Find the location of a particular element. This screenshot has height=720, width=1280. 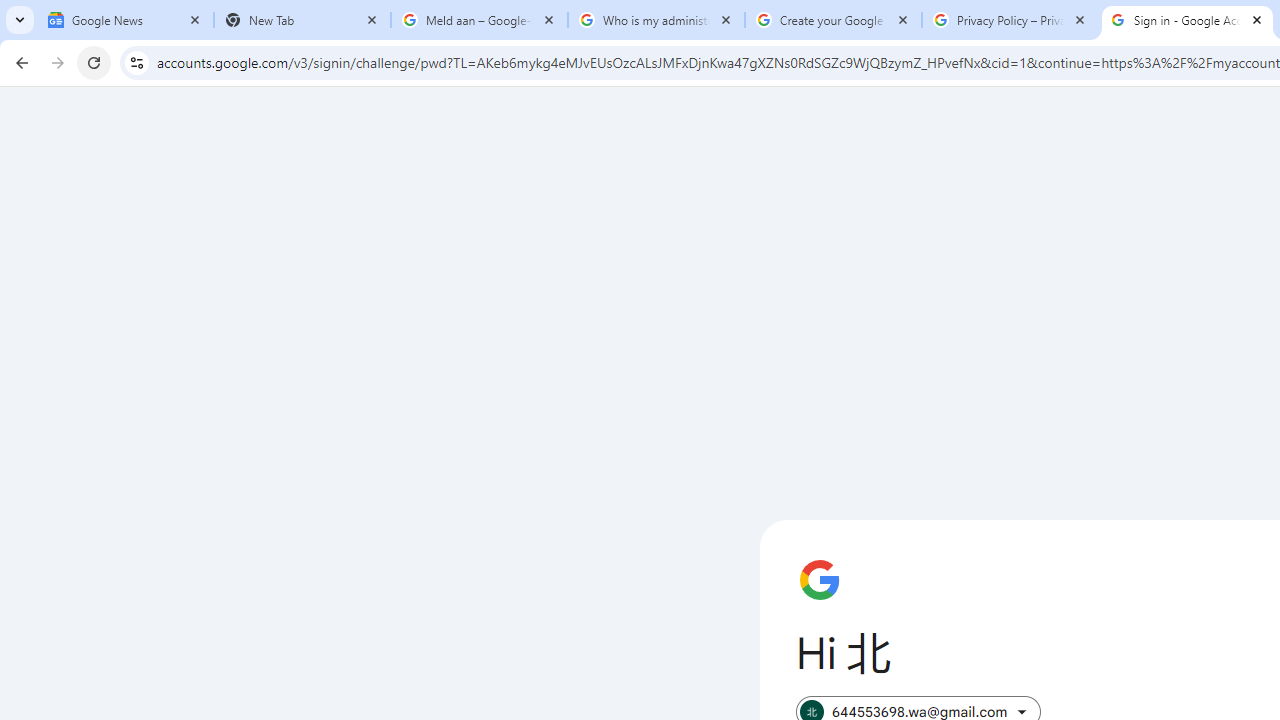

'Create your Google Account' is located at coordinates (833, 20).